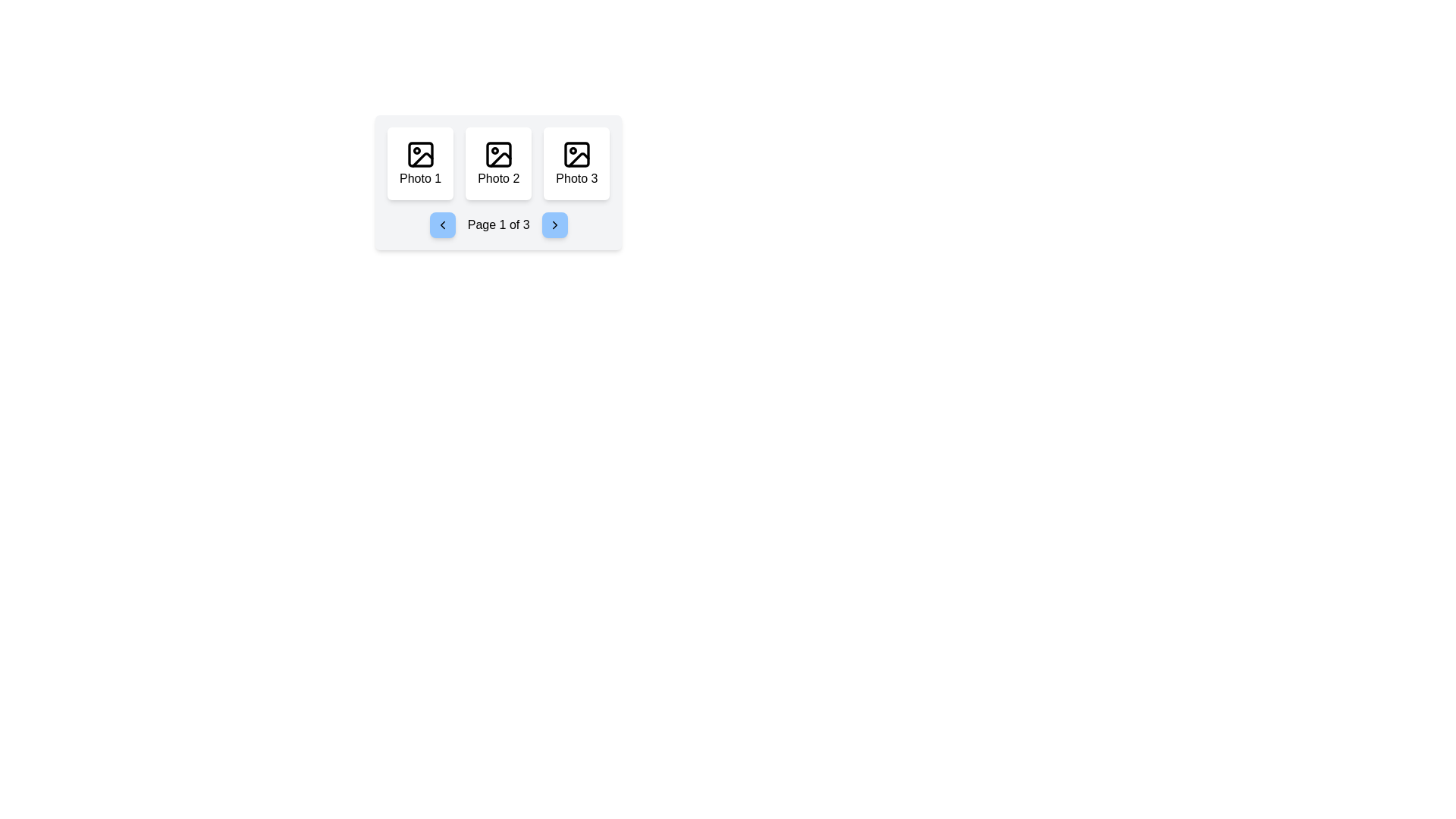  What do you see at coordinates (498, 225) in the screenshot?
I see `the text label that indicates the current page position within a multi-page interface, which shows the user is on page 1 of 3` at bounding box center [498, 225].